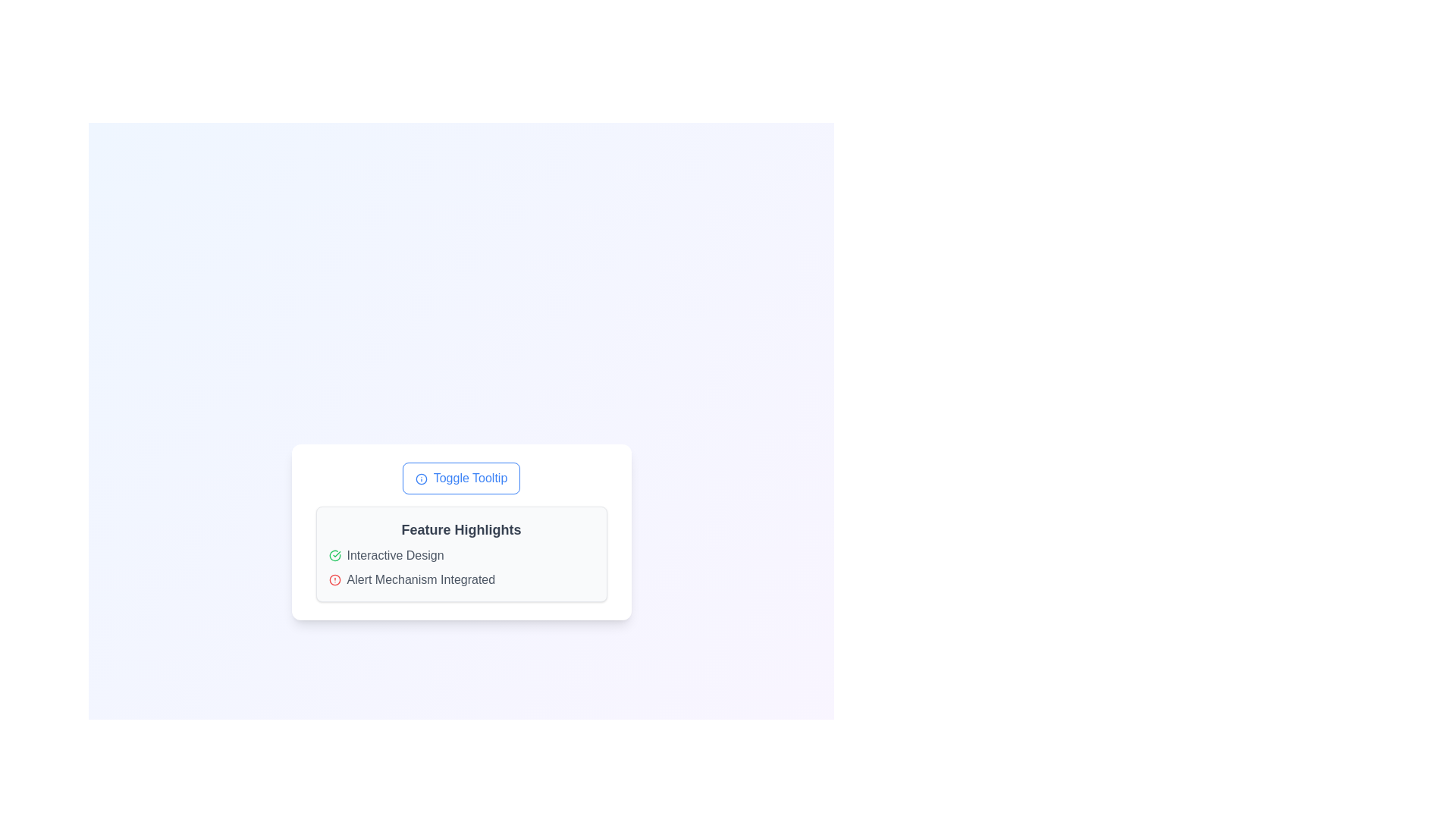 The image size is (1456, 819). I want to click on the text label that signifies the feature 'Interactive Design' within the 'Feature Highlights' card layout, so click(395, 555).